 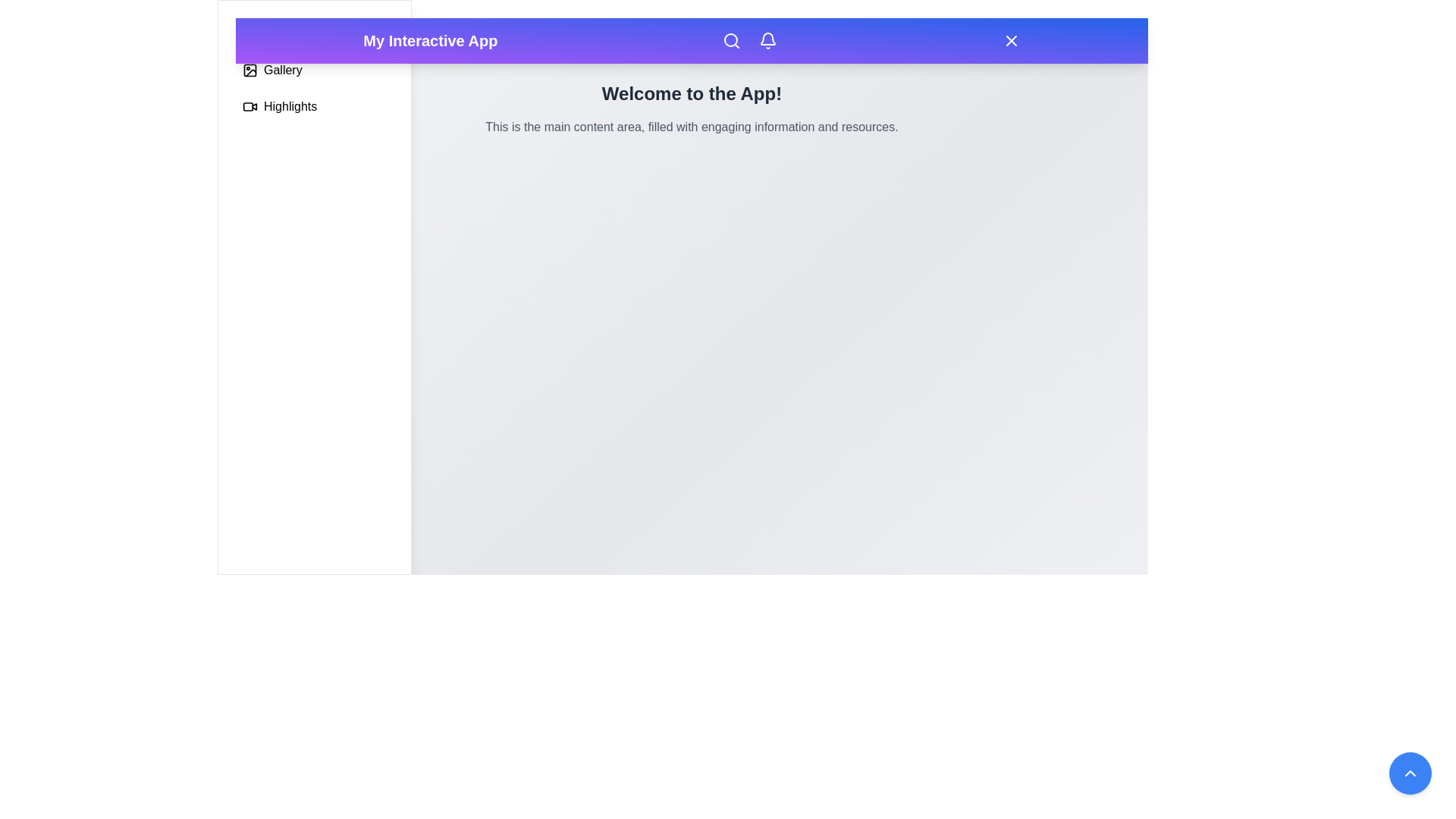 I want to click on the 'Gallery' text label located in the sidebar, below the header, so click(x=283, y=70).